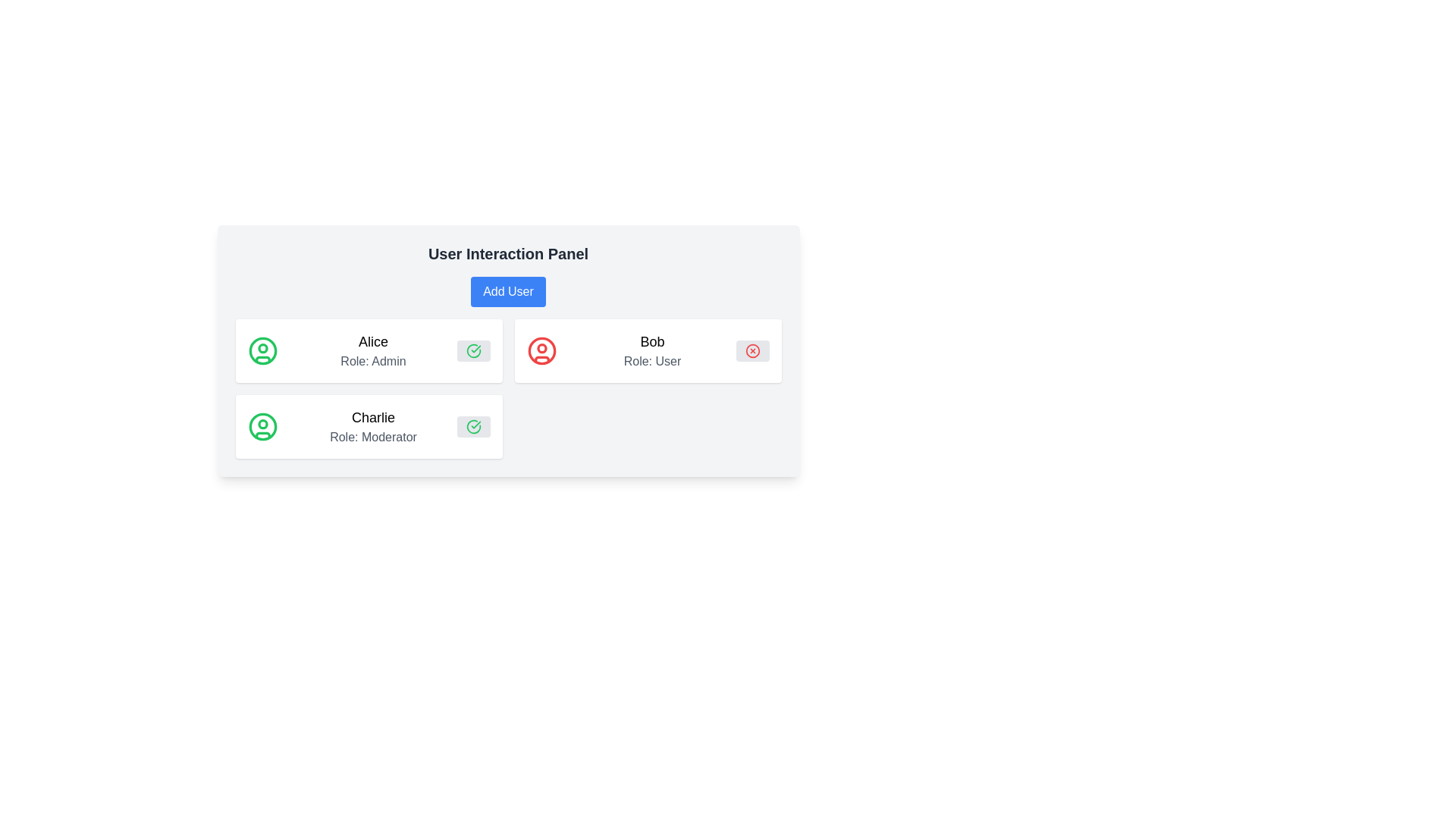 The width and height of the screenshot is (1456, 819). What do you see at coordinates (752, 350) in the screenshot?
I see `the delete button located at the top-right of Bob's profile details in the user panel` at bounding box center [752, 350].